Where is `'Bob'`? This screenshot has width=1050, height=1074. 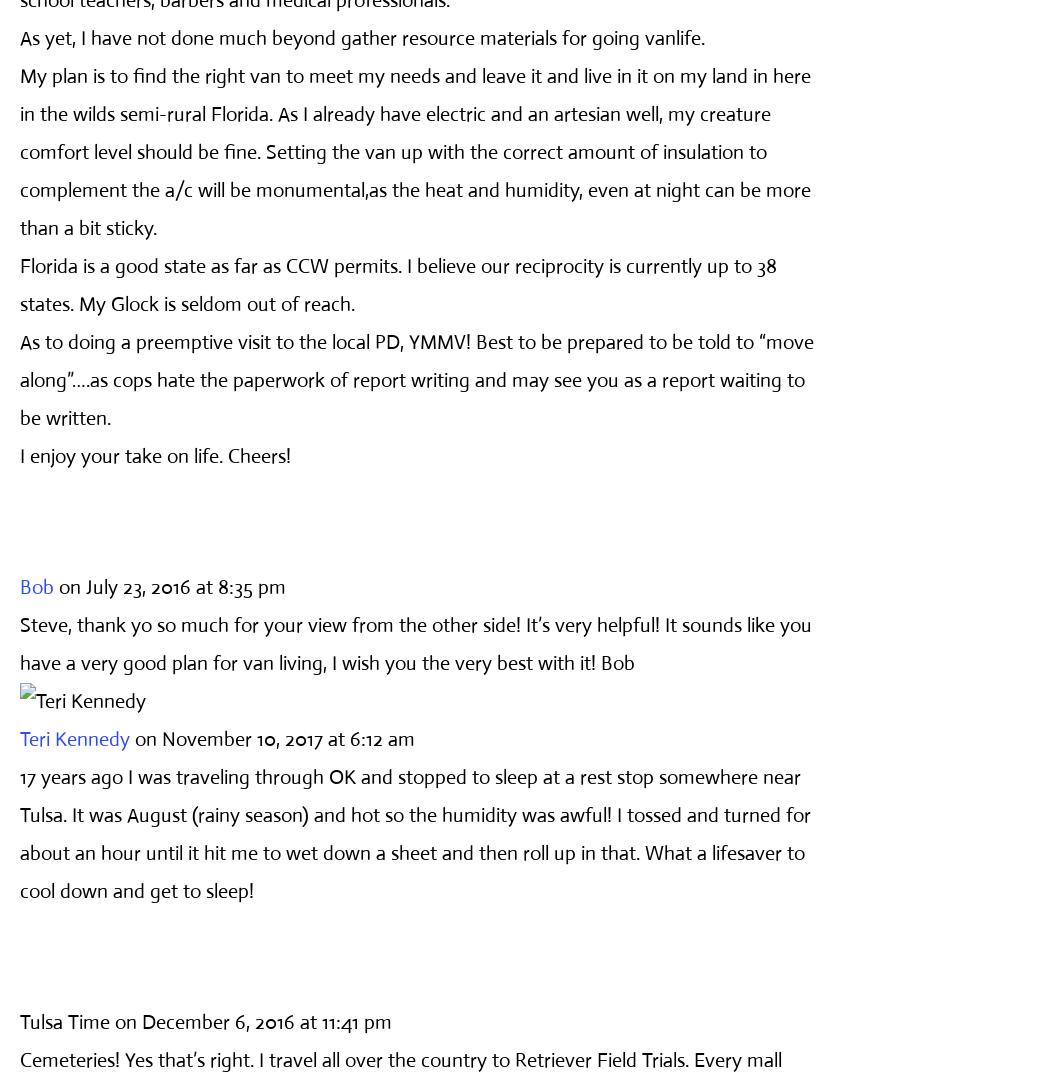 'Bob' is located at coordinates (36, 585).